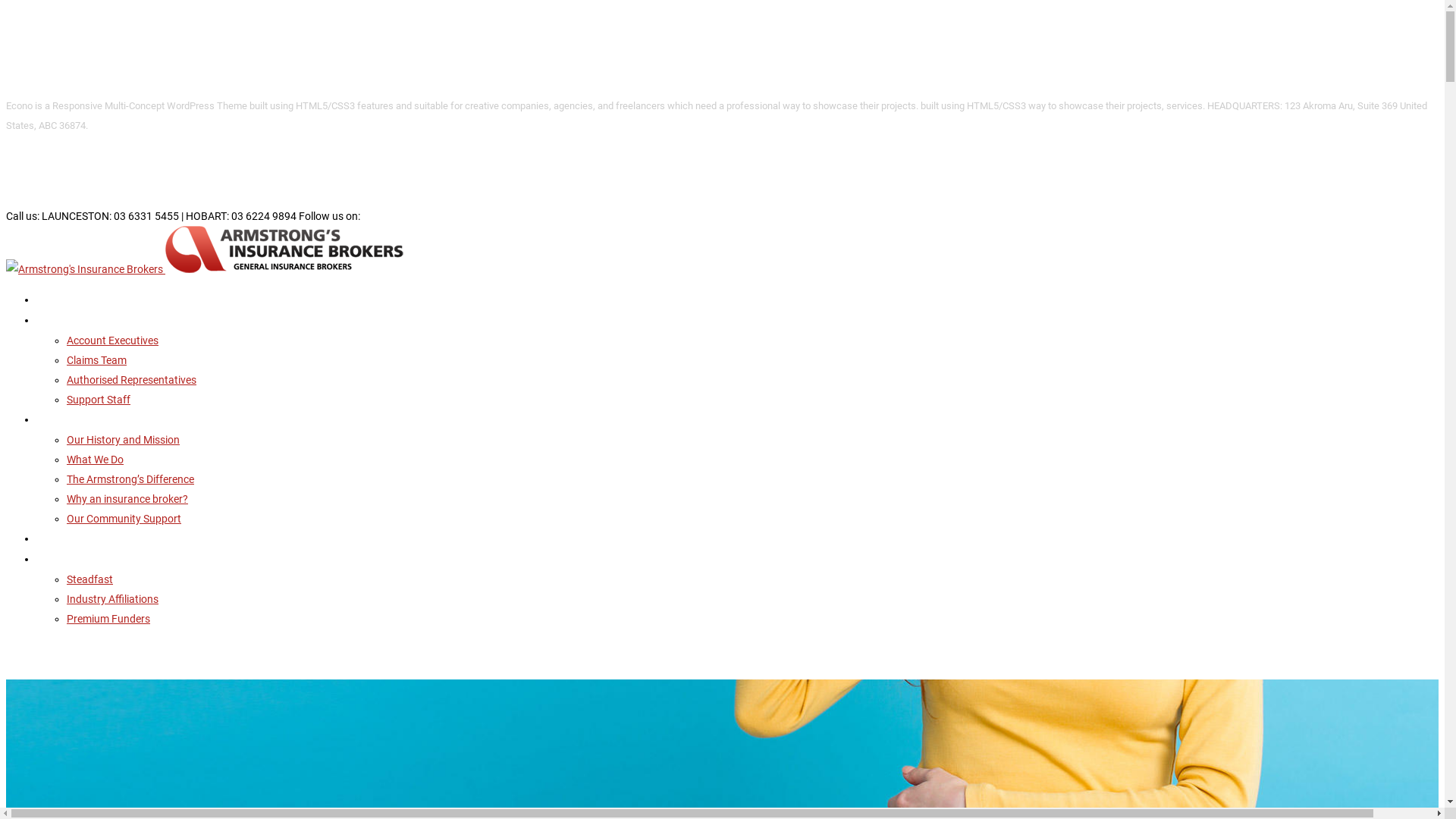  I want to click on 'Why an insurance broker?', so click(65, 499).